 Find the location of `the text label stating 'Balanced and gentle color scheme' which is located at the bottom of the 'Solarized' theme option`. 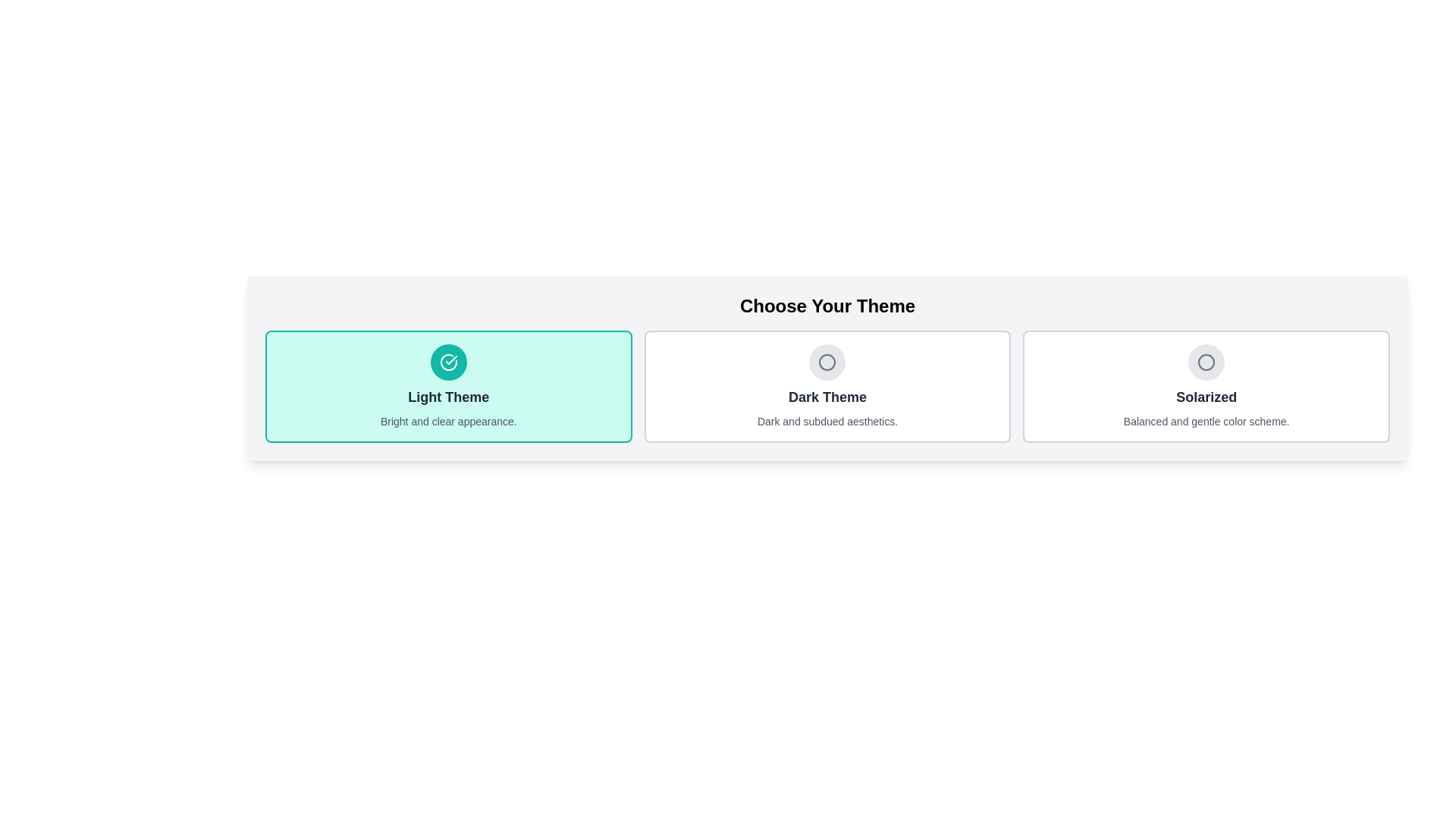

the text label stating 'Balanced and gentle color scheme' which is located at the bottom of the 'Solarized' theme option is located at coordinates (1206, 421).